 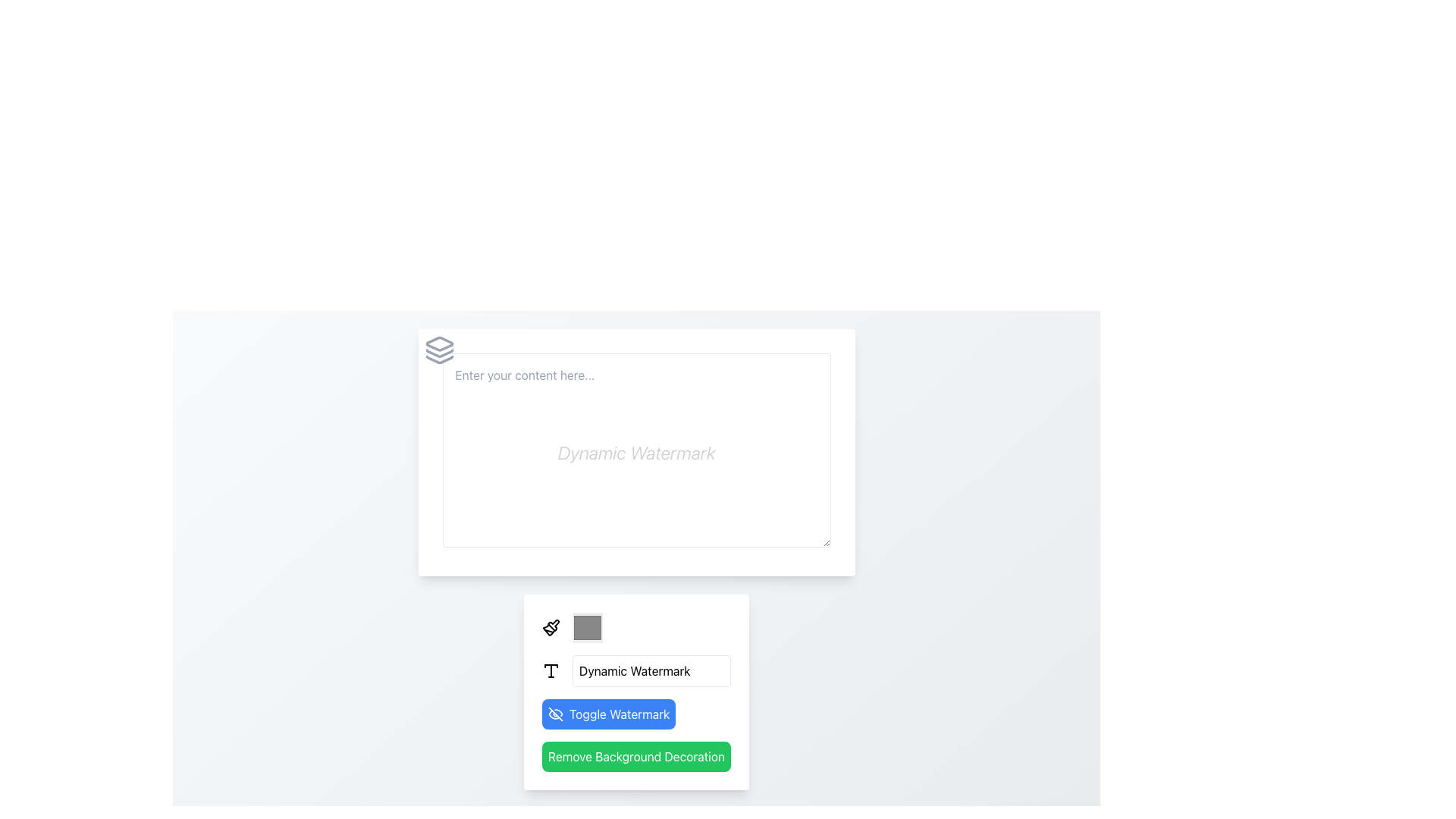 I want to click on the paintbrush icon, which is the first element in a horizontal group located at the bottom section of the page, so click(x=550, y=628).